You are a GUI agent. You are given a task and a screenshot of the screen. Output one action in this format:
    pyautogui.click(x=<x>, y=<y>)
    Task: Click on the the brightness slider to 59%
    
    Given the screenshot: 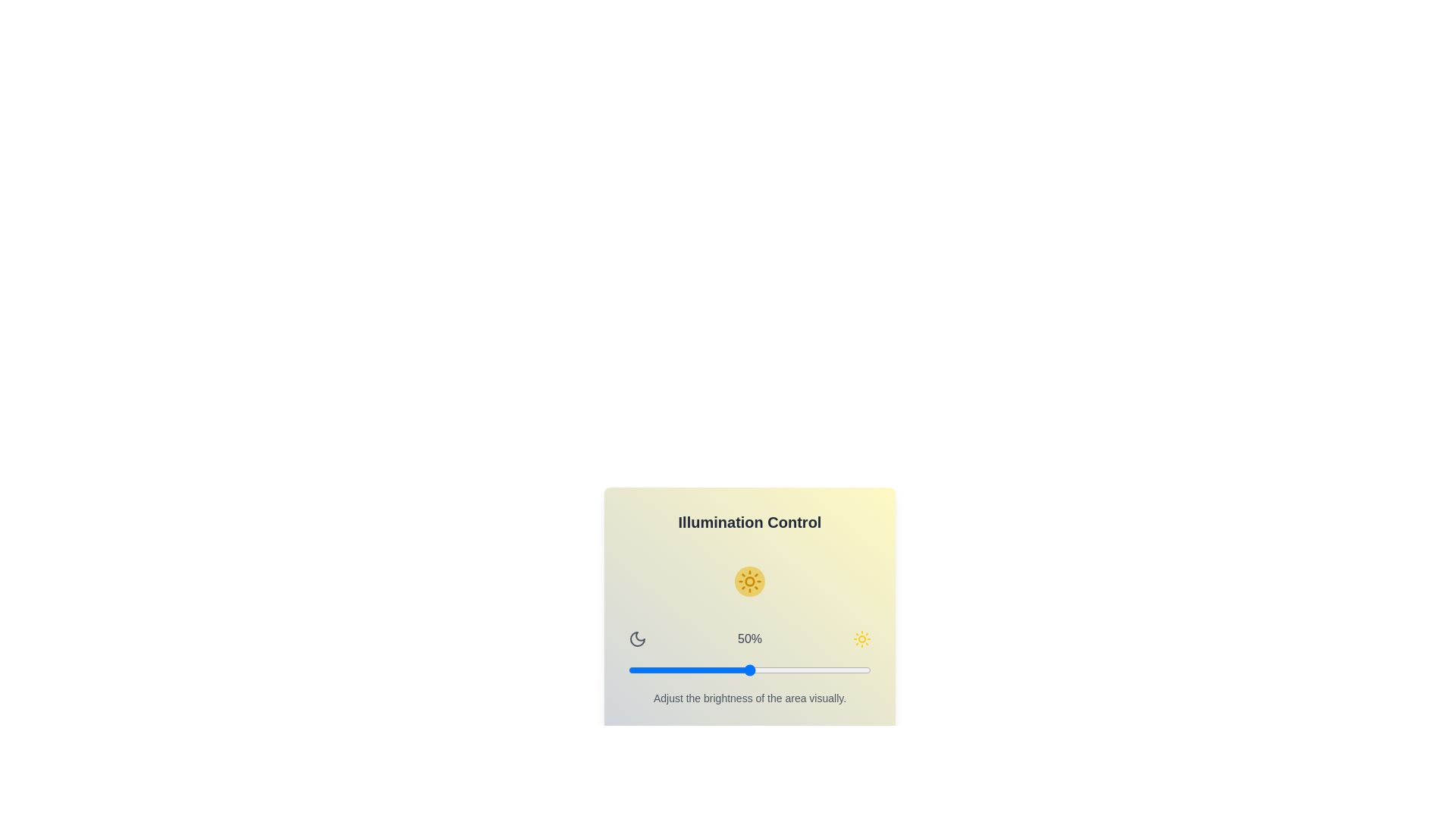 What is the action you would take?
    pyautogui.click(x=771, y=669)
    